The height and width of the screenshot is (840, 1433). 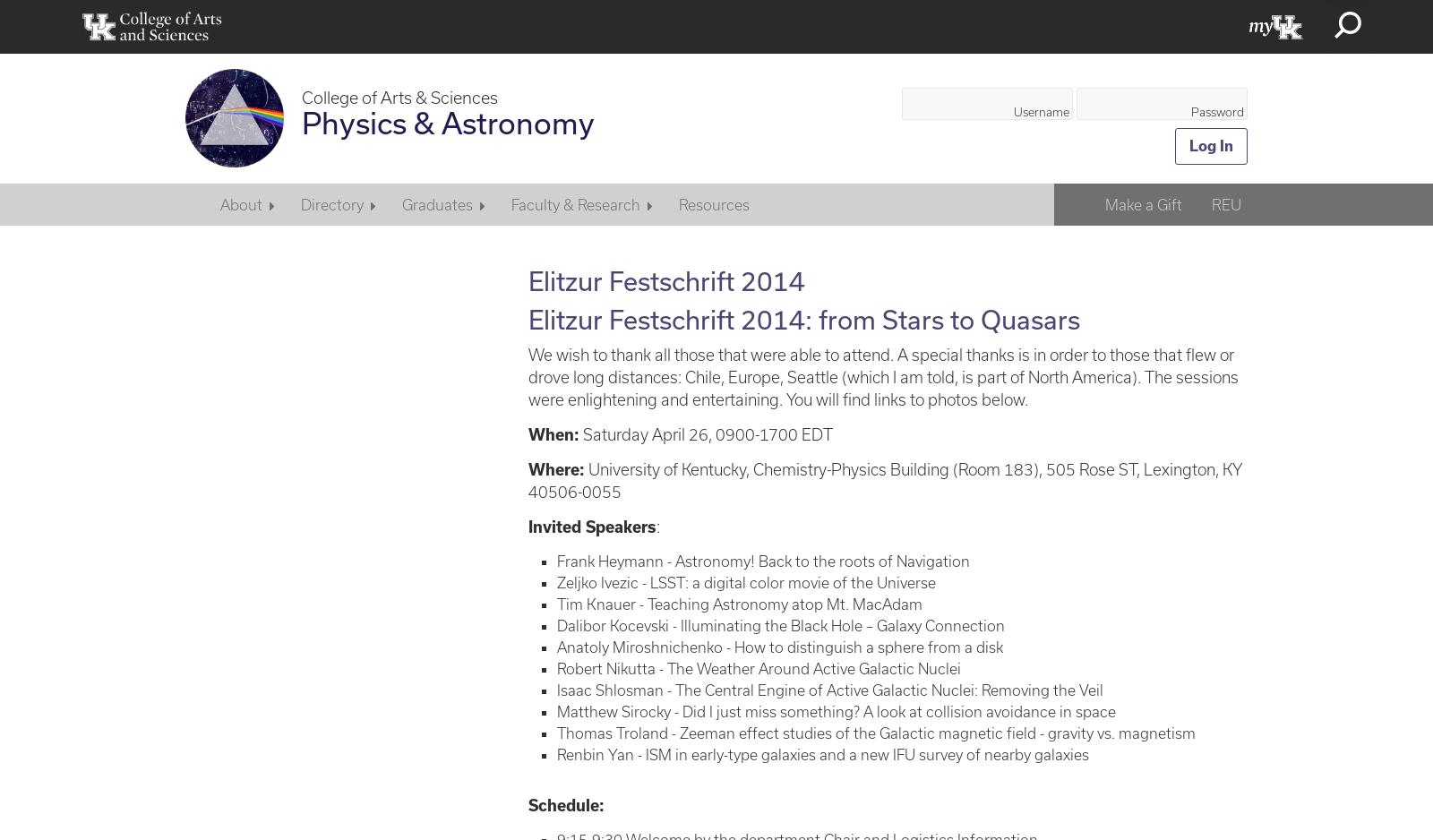 I want to click on 'Username', so click(x=1042, y=111).